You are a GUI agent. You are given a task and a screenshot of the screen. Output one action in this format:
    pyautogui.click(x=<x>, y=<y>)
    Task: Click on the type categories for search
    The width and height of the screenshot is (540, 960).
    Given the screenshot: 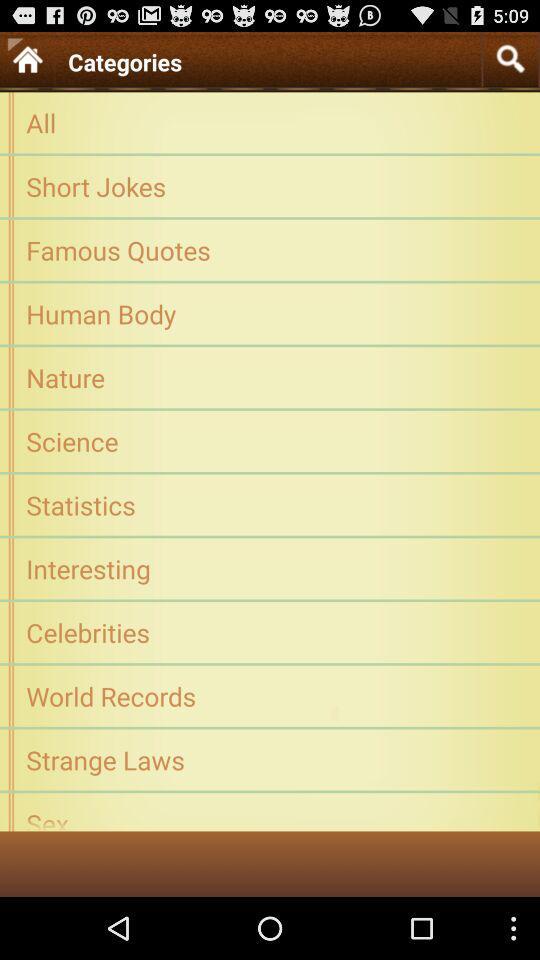 What is the action you would take?
    pyautogui.click(x=510, y=58)
    